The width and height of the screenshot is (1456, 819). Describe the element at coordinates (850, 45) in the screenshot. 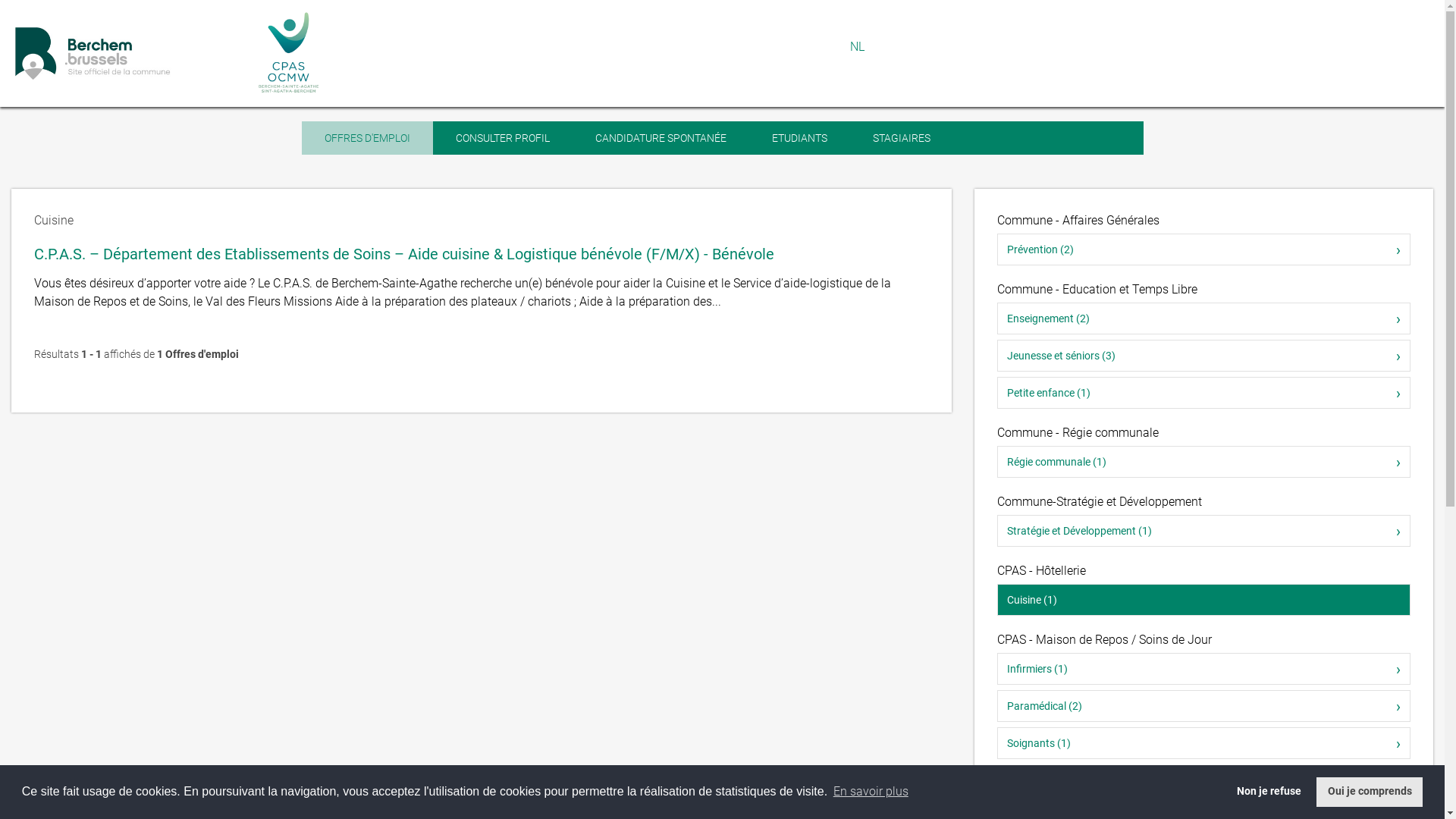

I see `'NL'` at that location.